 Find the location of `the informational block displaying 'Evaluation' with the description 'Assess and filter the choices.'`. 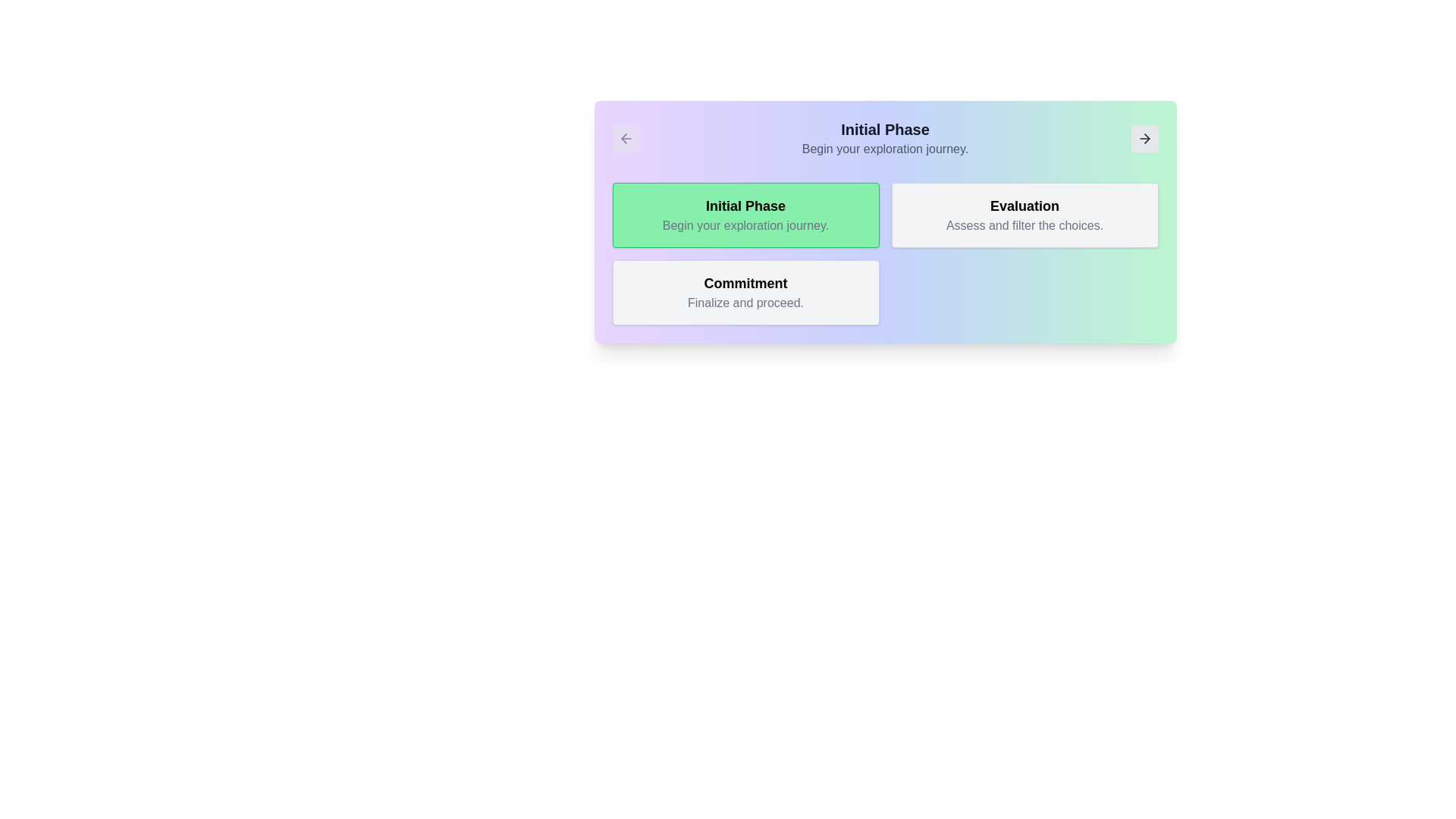

the informational block displaying 'Evaluation' with the description 'Assess and filter the choices.' is located at coordinates (1025, 215).